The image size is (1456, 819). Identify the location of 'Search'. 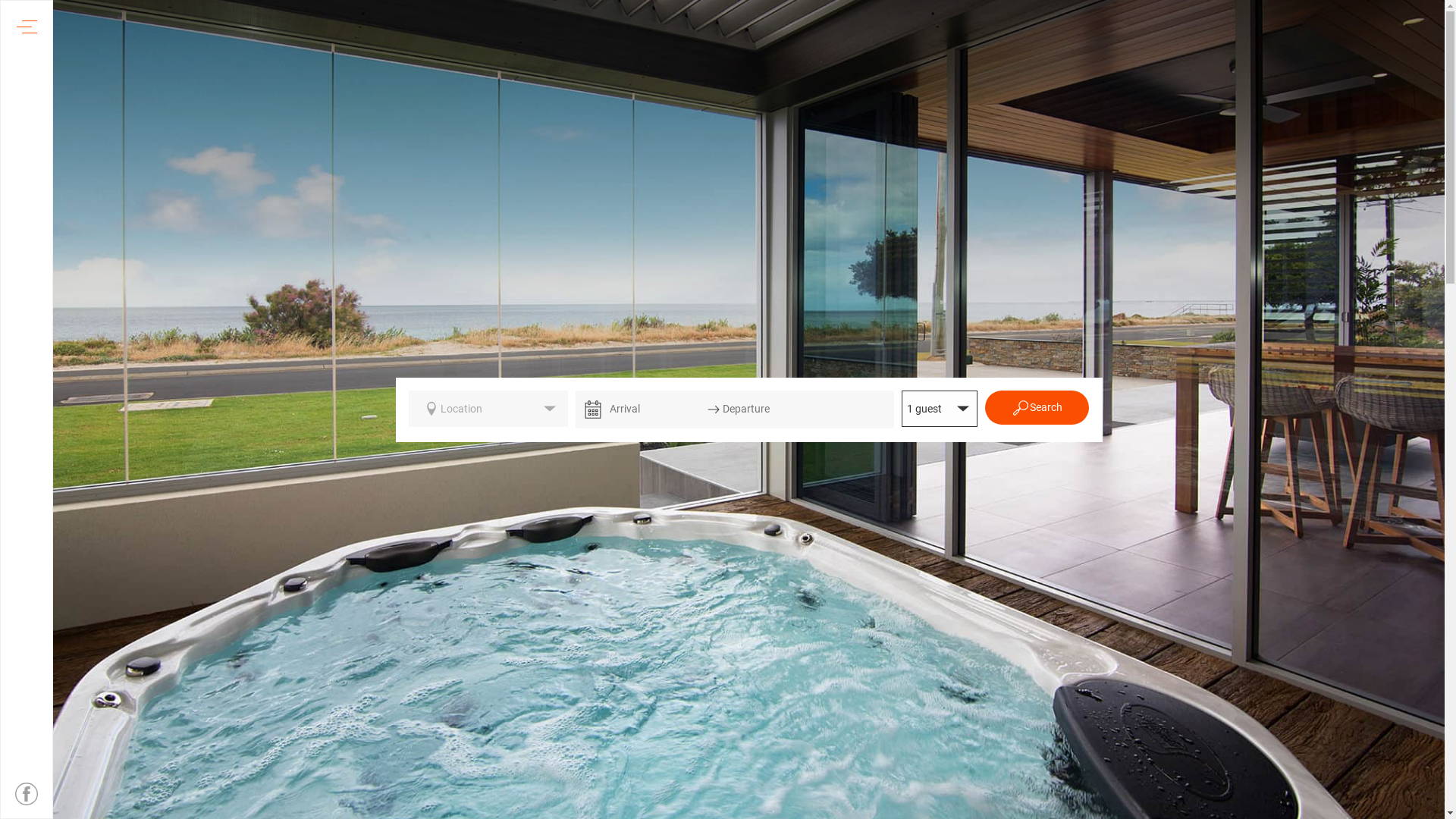
(985, 406).